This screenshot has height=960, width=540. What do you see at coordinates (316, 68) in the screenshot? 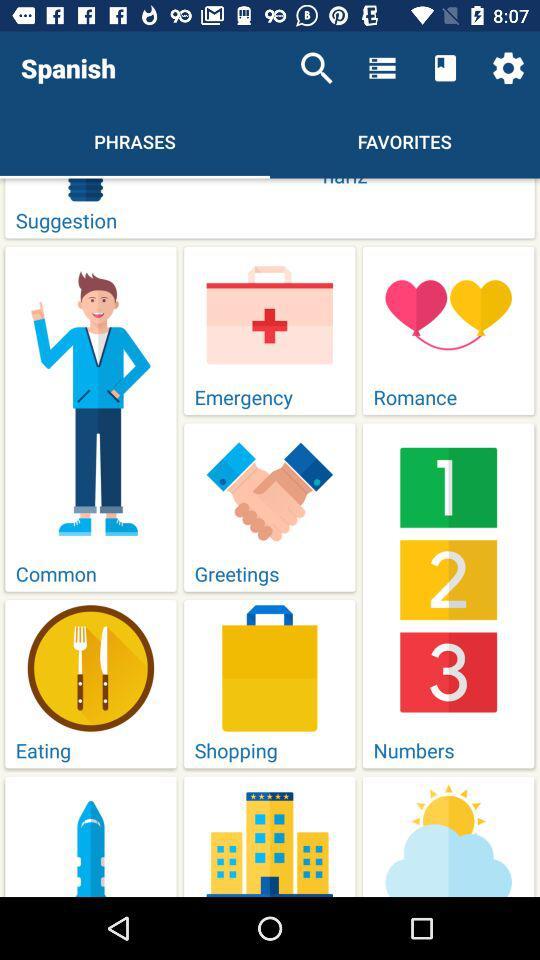
I see `icon next to spanish icon` at bounding box center [316, 68].